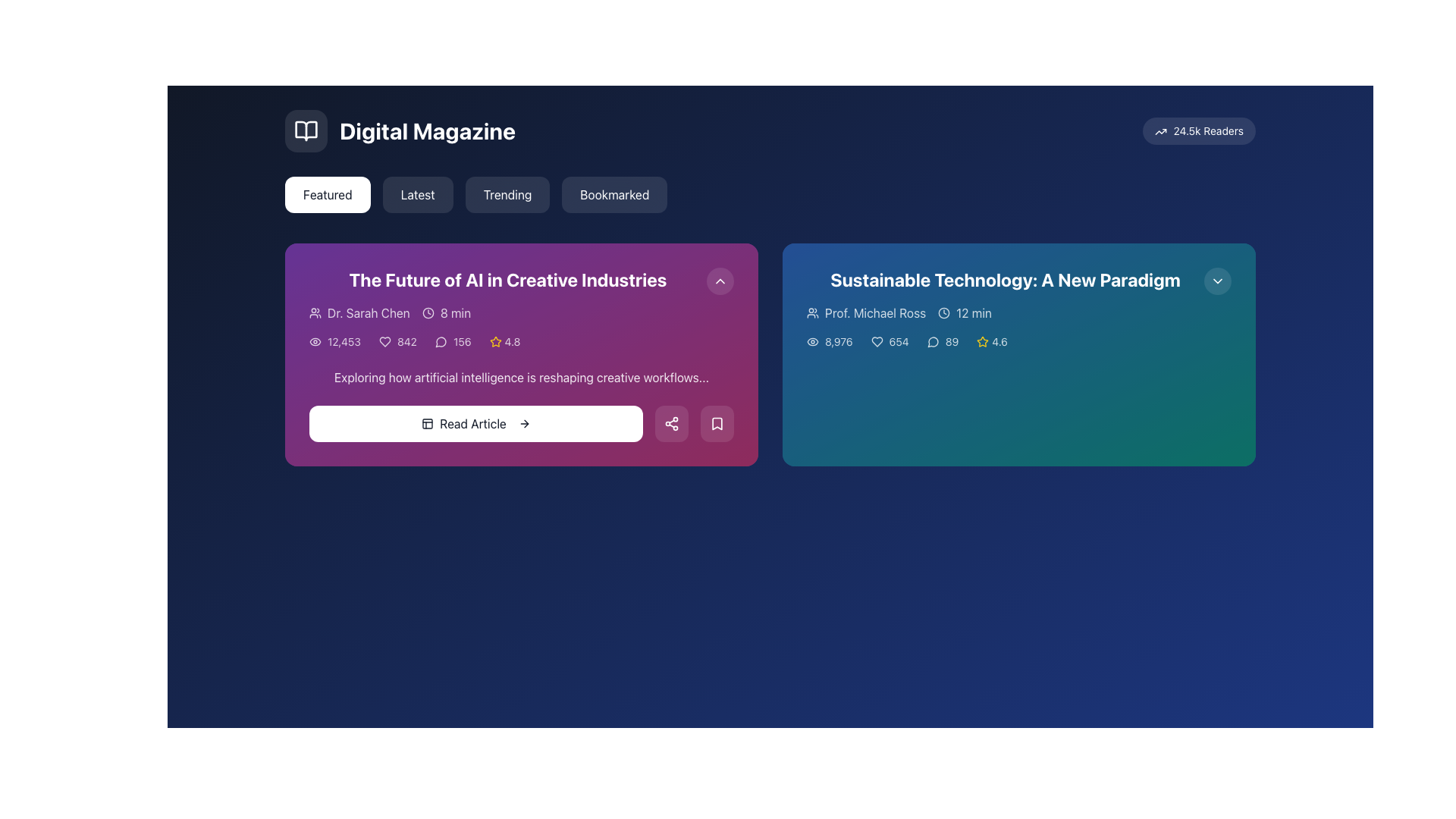 The height and width of the screenshot is (819, 1456). Describe the element at coordinates (452, 342) in the screenshot. I see `displayed numeric count of comments associated with the article, which is the third informational indicator in a horizontal sequence below the article title 'The Future of AI in Creative Industries.'` at that location.